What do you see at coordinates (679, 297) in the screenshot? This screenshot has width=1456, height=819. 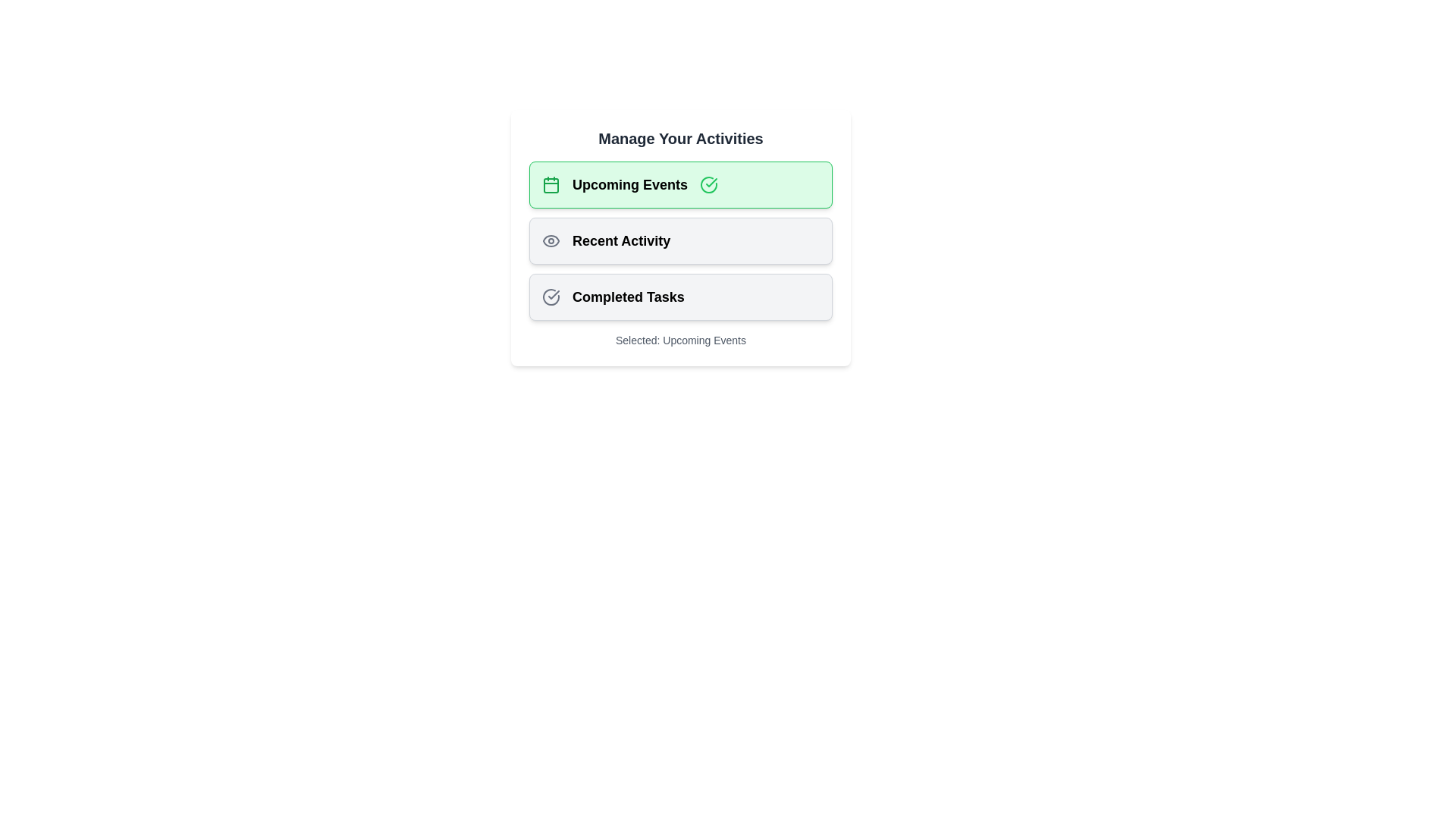 I see `the chip labeled Completed Tasks to observe the hover effect` at bounding box center [679, 297].